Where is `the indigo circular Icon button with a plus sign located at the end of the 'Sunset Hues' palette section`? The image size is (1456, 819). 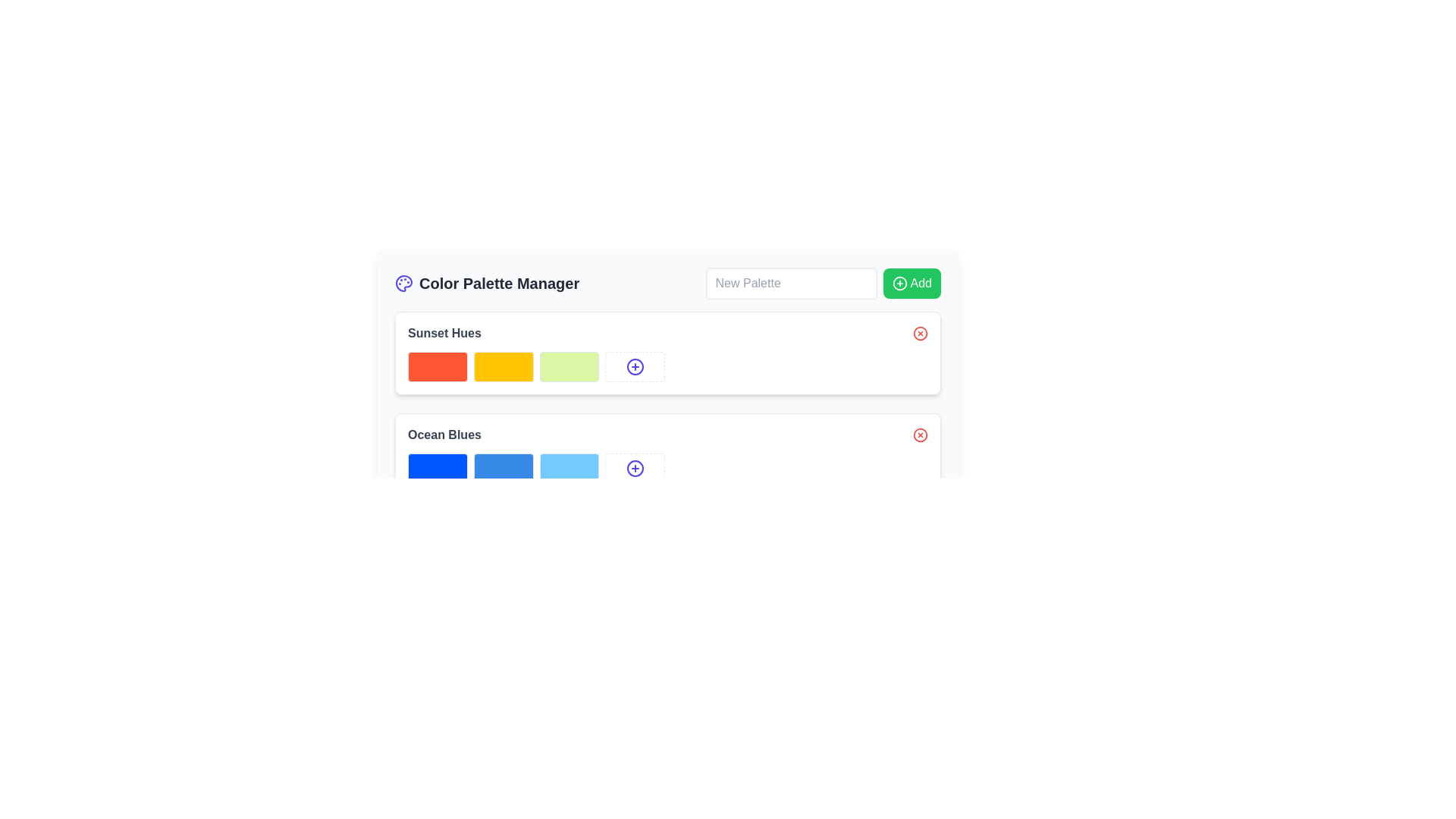 the indigo circular Icon button with a plus sign located at the end of the 'Sunset Hues' palette section is located at coordinates (635, 366).